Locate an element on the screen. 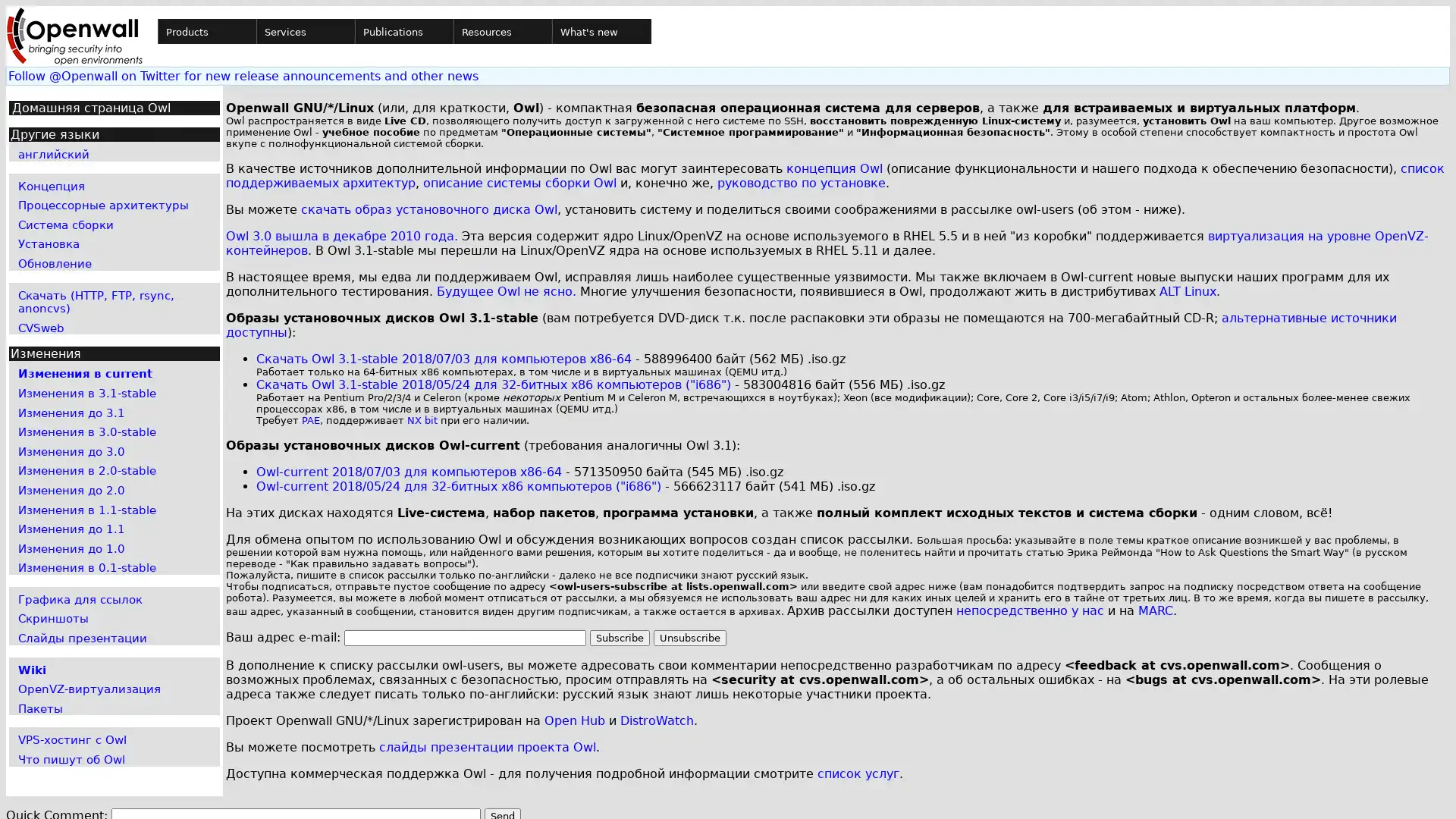  Unsubscribe is located at coordinates (688, 638).